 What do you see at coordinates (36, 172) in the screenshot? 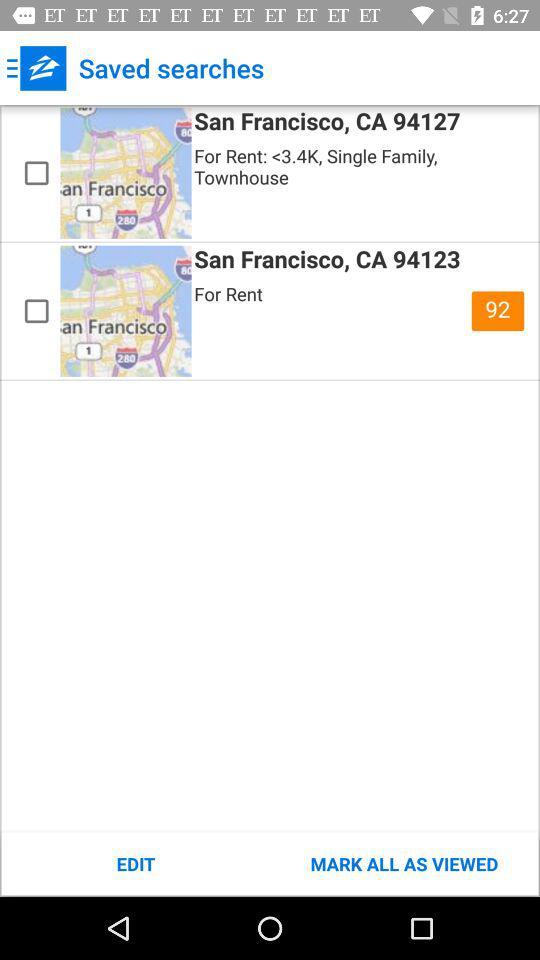
I see `this saved search` at bounding box center [36, 172].